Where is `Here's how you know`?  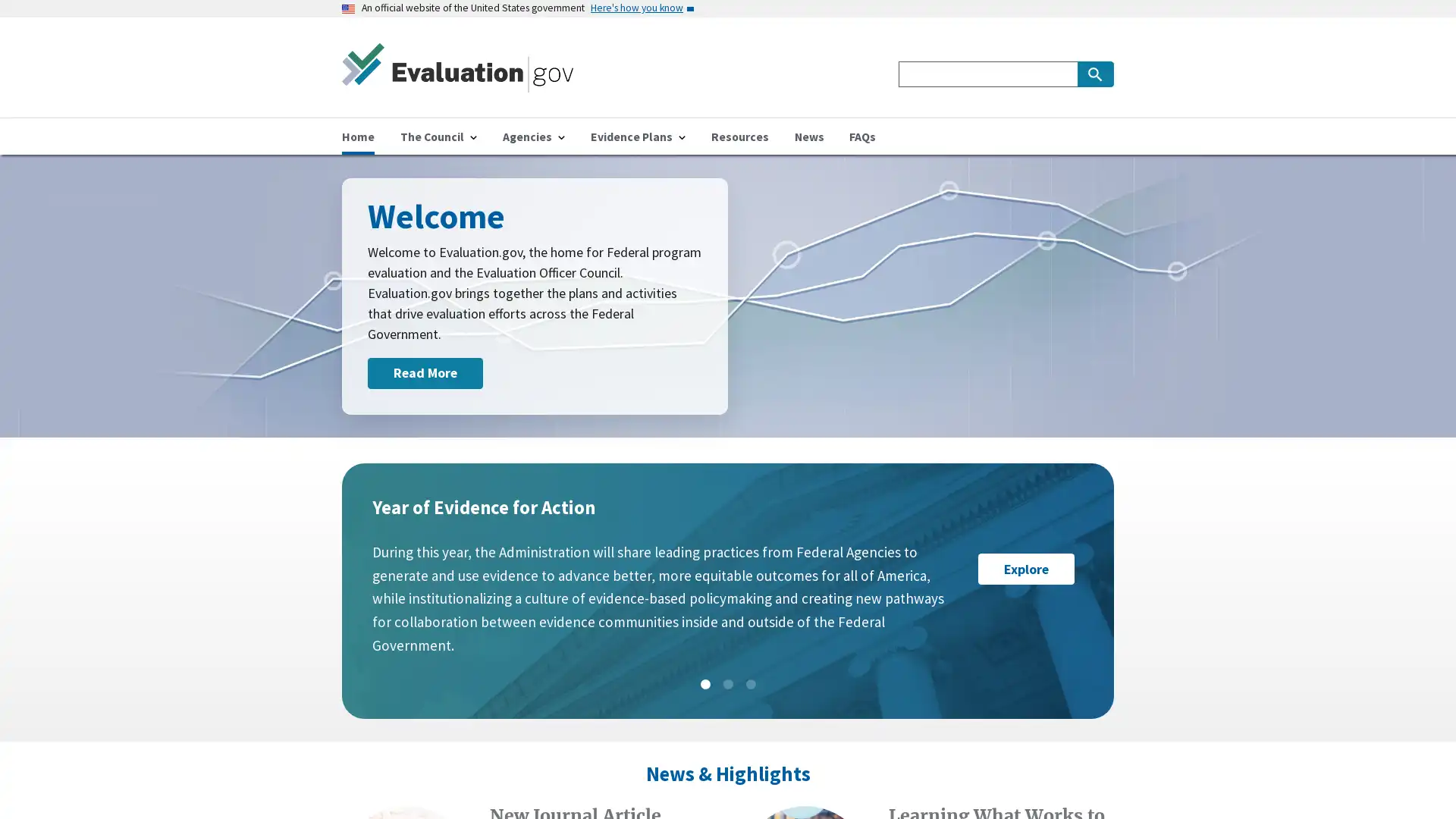
Here's how you know is located at coordinates (642, 8).